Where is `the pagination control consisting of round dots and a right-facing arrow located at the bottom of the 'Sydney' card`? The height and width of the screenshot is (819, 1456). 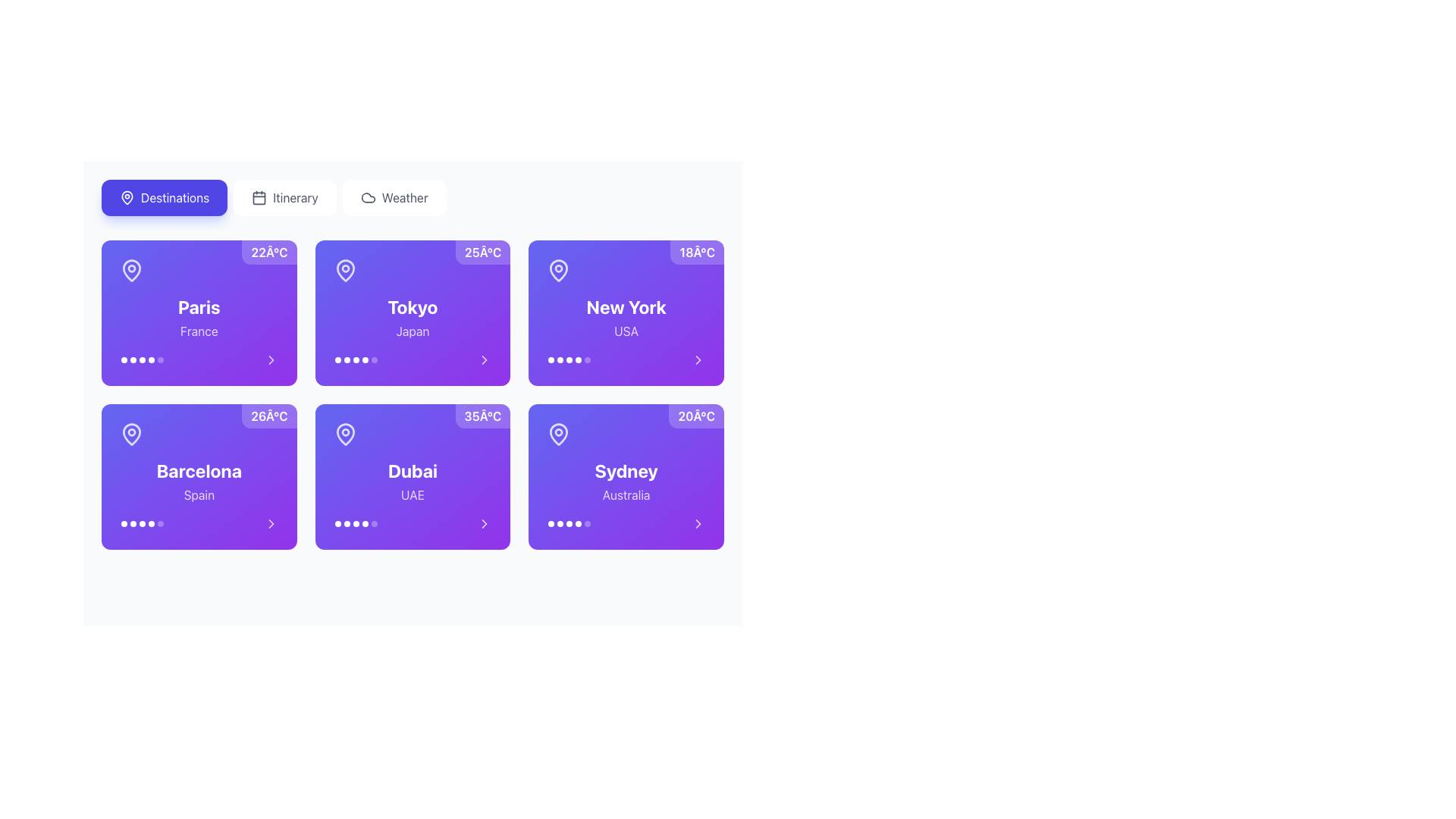
the pagination control consisting of round dots and a right-facing arrow located at the bottom of the 'Sydney' card is located at coordinates (626, 522).